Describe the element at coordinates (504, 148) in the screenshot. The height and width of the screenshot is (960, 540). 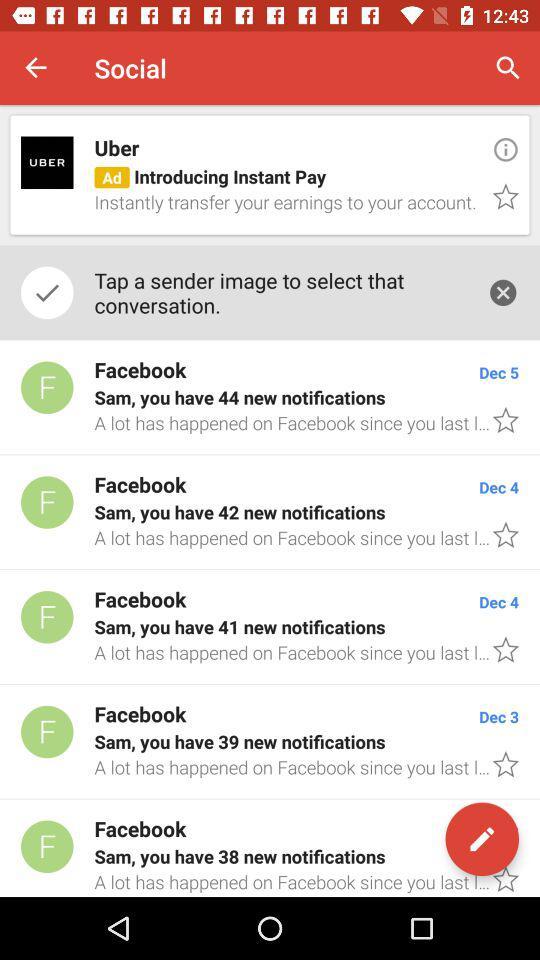
I see `item next to the ad introducing instant` at that location.